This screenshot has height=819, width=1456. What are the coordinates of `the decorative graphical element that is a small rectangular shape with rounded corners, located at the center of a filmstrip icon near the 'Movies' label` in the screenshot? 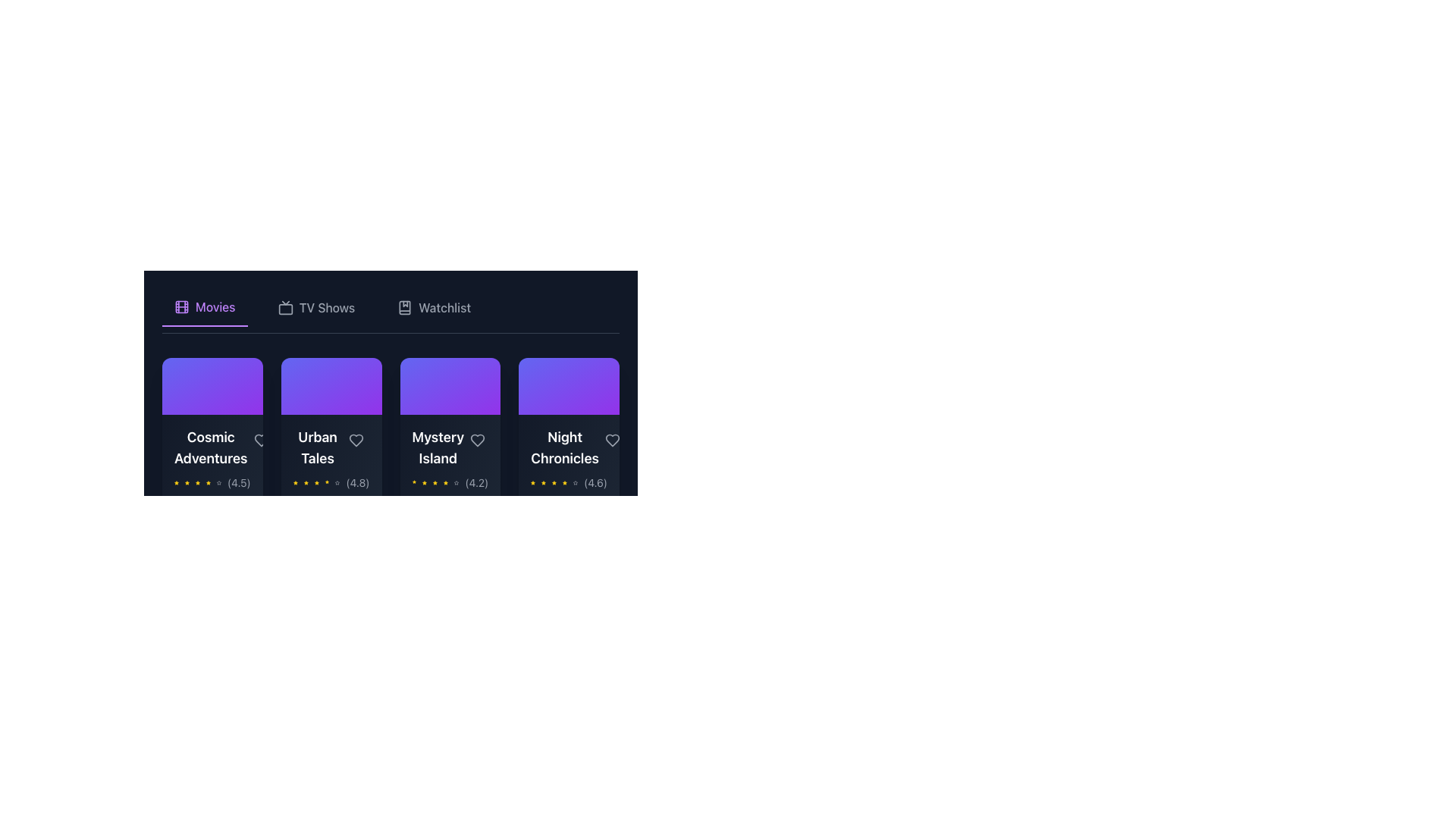 It's located at (182, 307).